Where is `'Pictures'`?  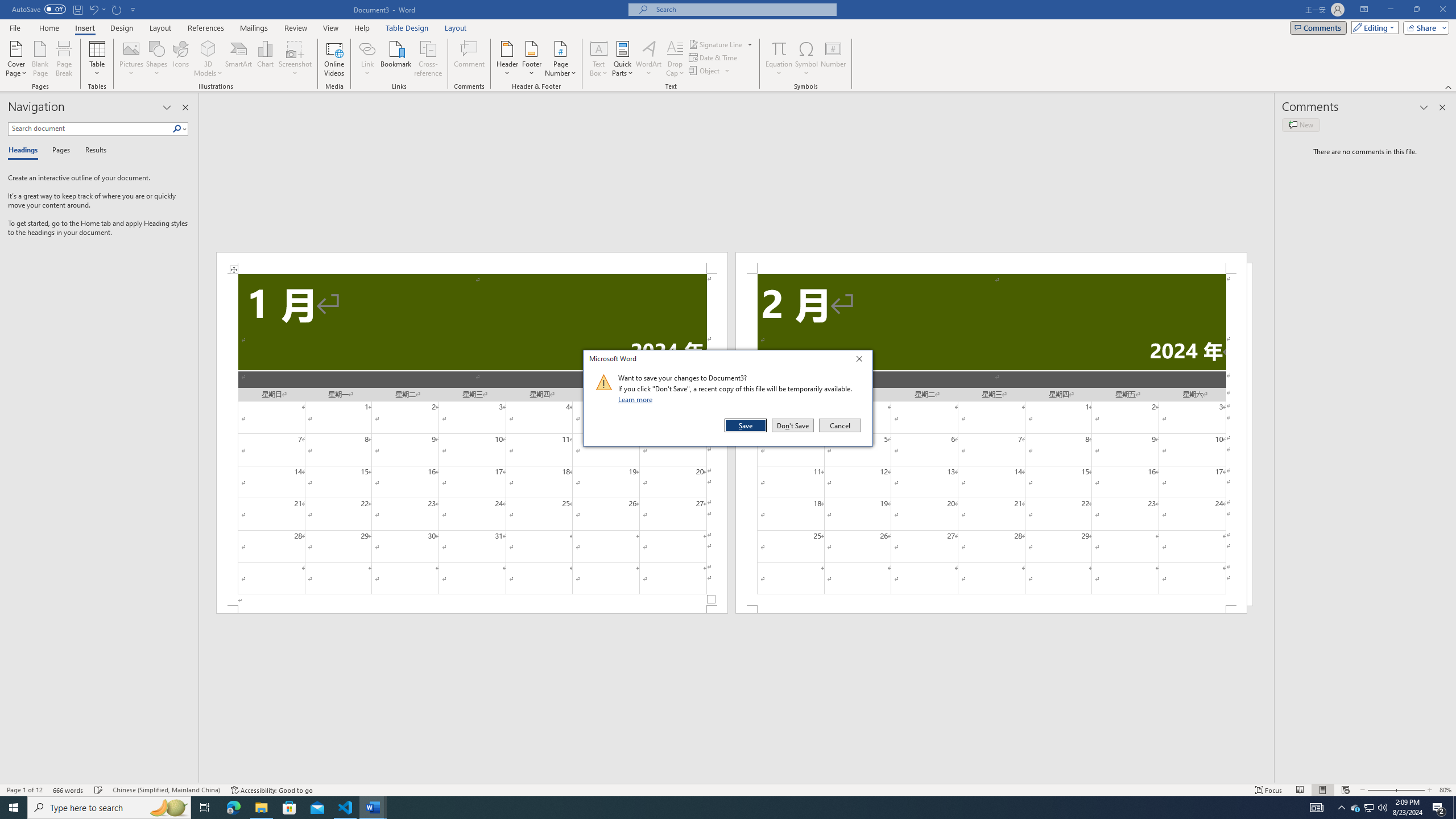
'Pictures' is located at coordinates (131, 59).